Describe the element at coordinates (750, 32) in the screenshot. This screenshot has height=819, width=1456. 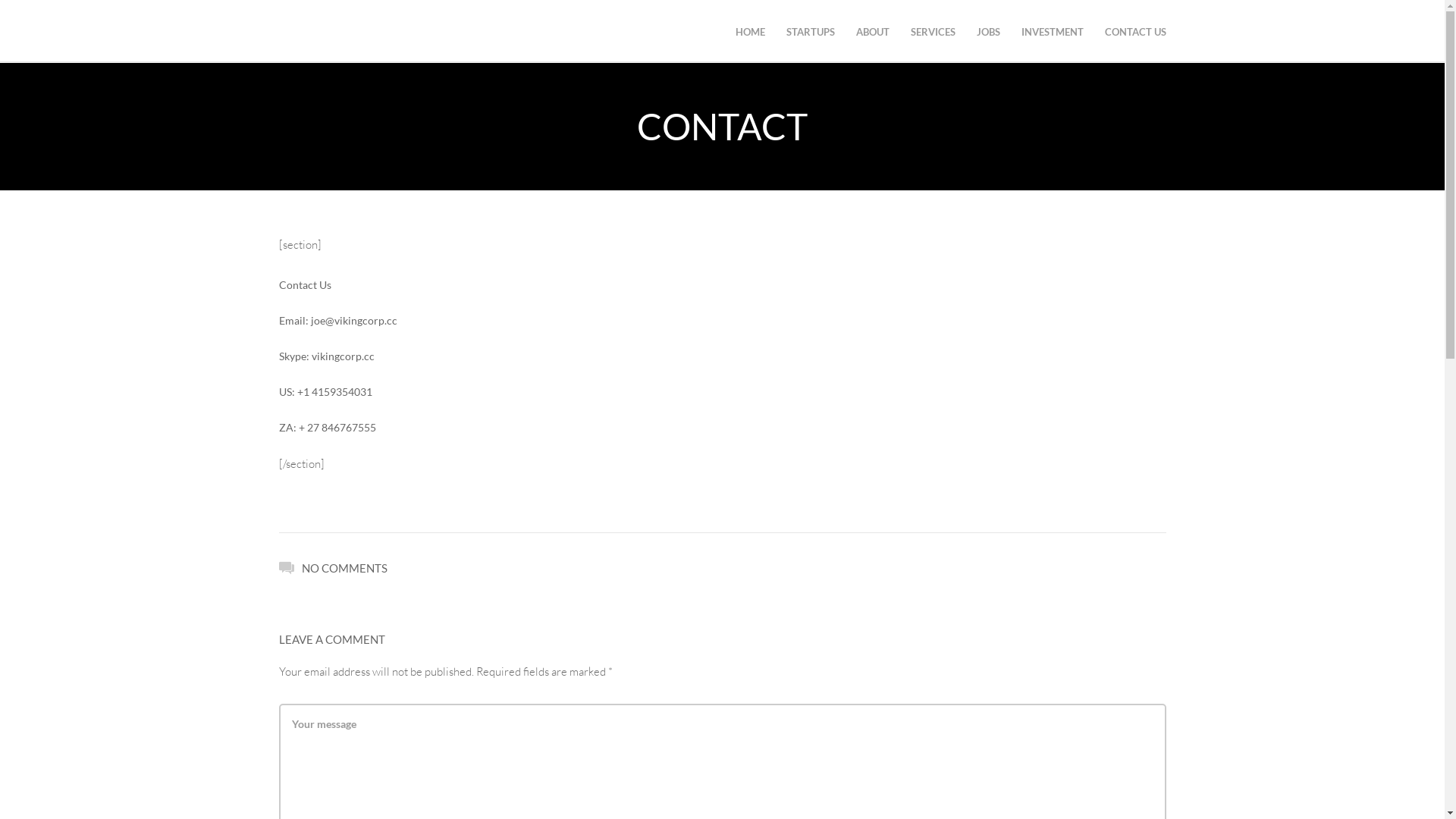
I see `'HOME'` at that location.